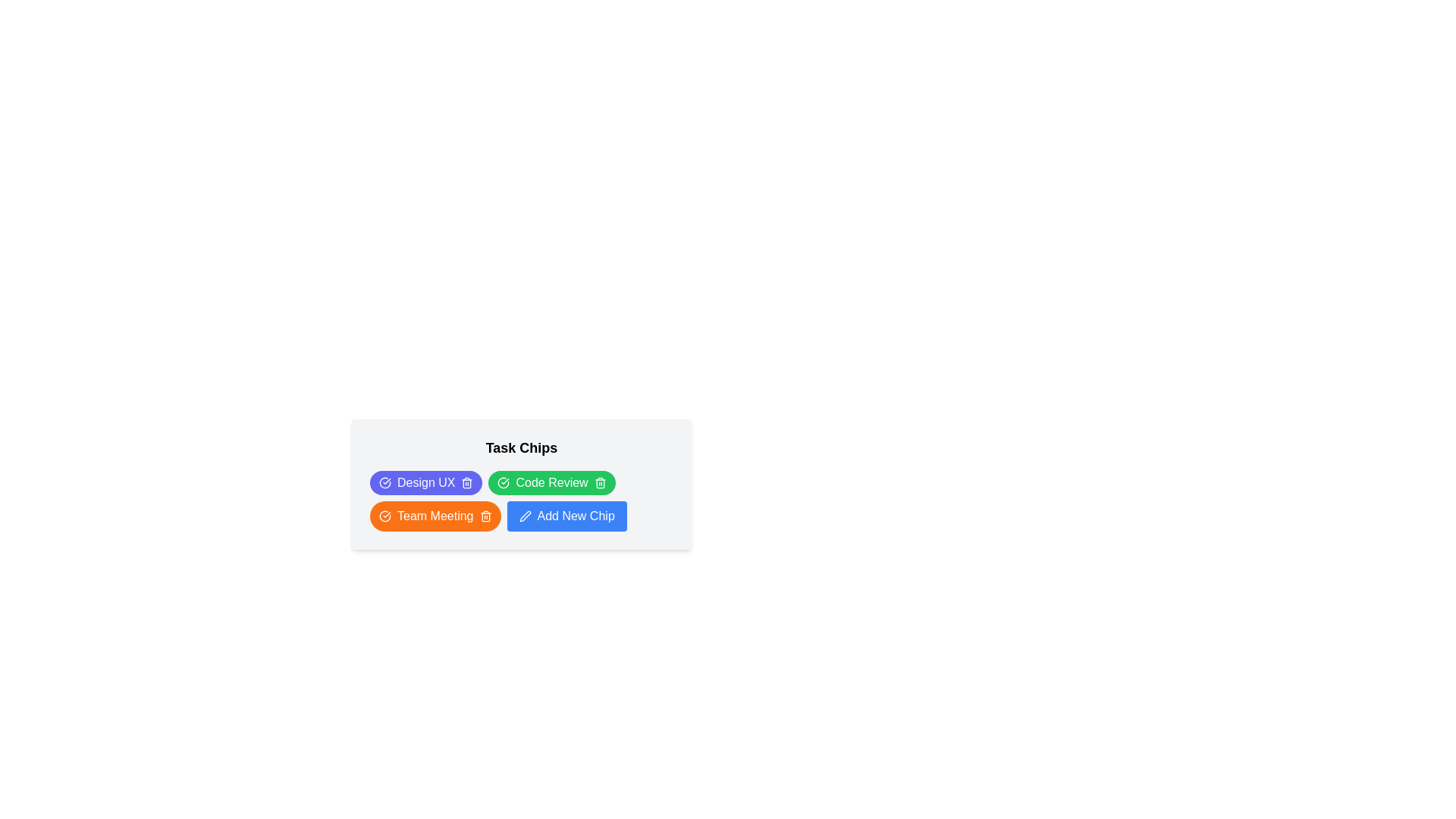  I want to click on the delete icon button located at the far-right corner of the 'Code Review' task chip, so click(599, 482).